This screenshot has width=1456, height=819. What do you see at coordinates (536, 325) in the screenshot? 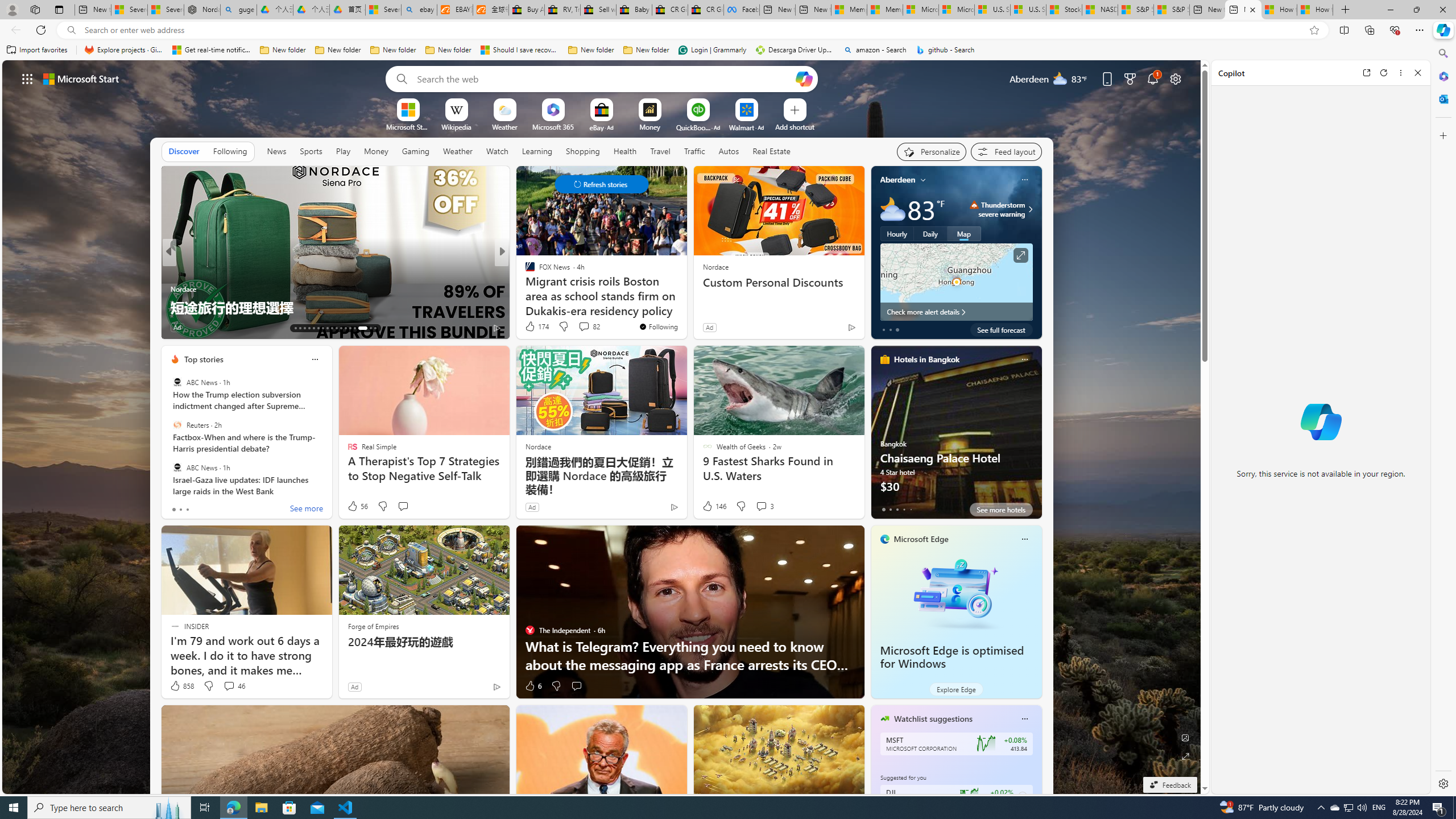
I see `'174 Like'` at bounding box center [536, 325].